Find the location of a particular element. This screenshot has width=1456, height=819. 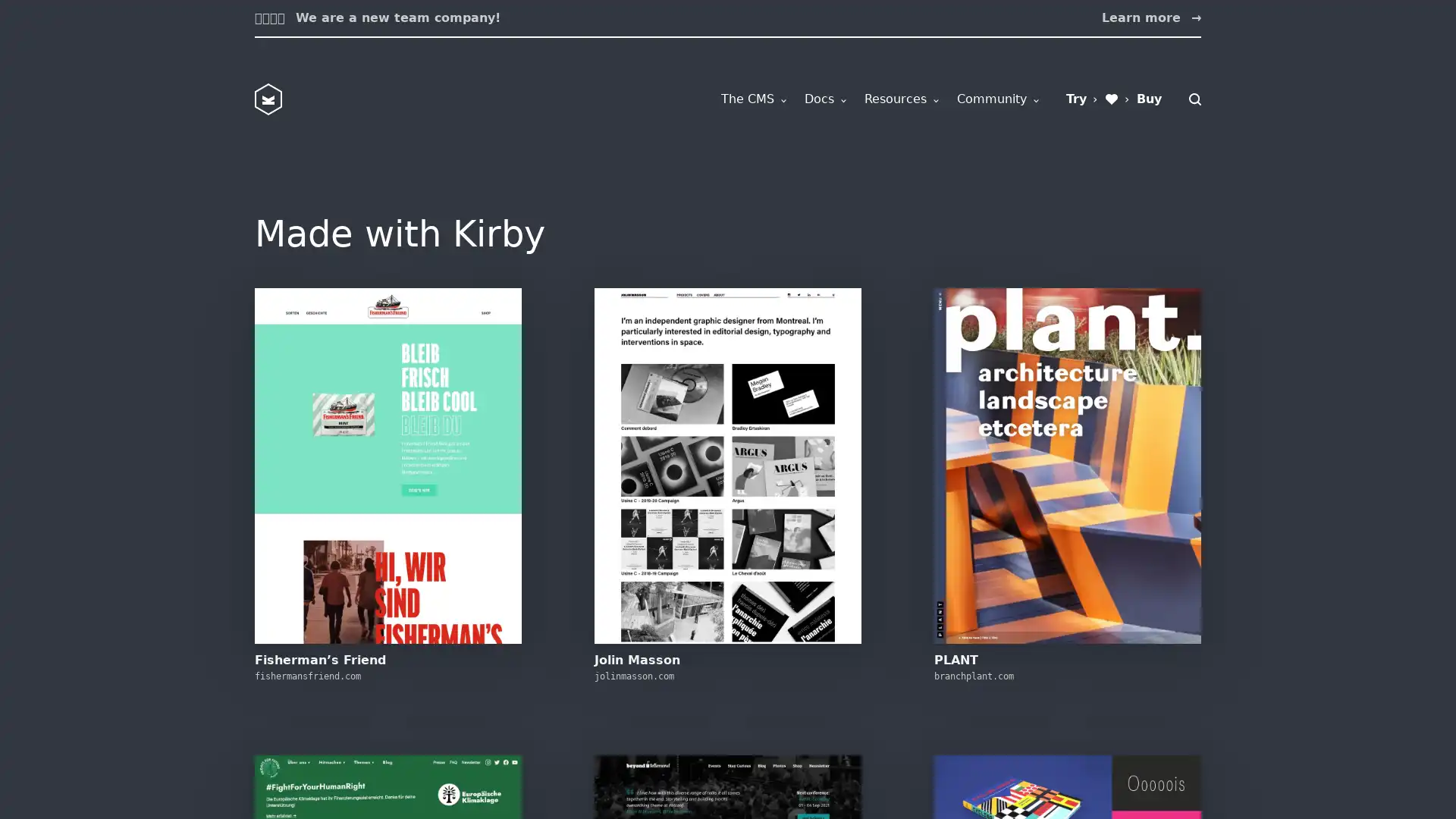

Search is located at coordinates (1194, 99).